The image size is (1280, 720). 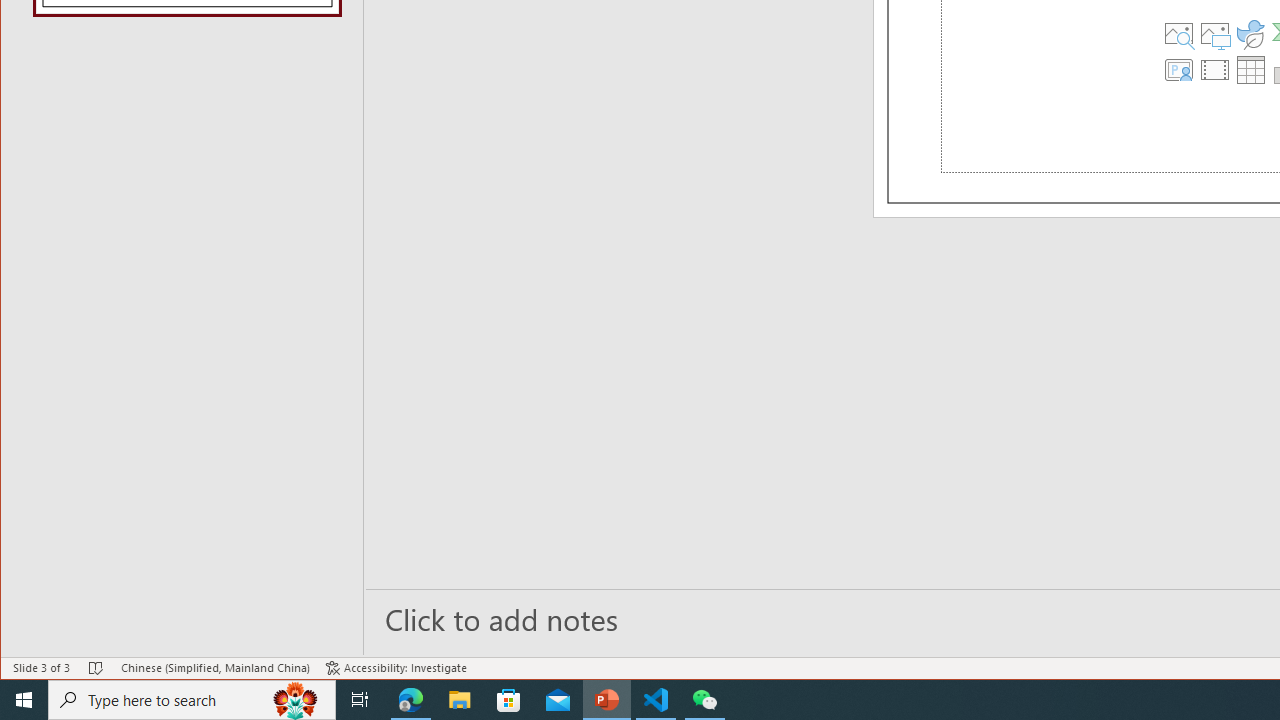 What do you see at coordinates (509, 698) in the screenshot?
I see `'Microsoft Store'` at bounding box center [509, 698].